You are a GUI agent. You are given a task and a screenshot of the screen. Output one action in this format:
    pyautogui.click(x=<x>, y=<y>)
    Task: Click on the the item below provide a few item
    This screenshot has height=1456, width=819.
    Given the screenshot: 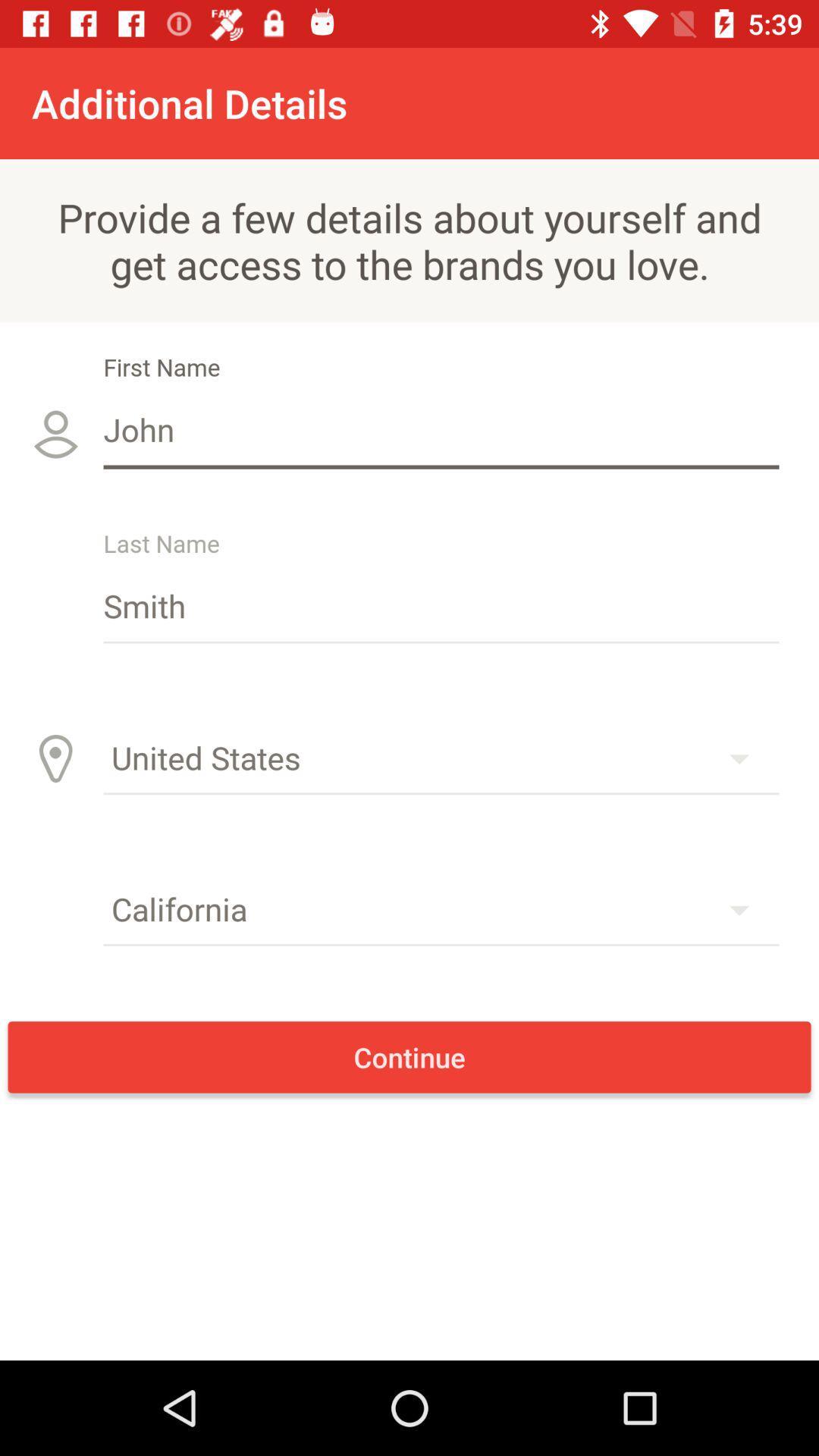 What is the action you would take?
    pyautogui.click(x=441, y=428)
    